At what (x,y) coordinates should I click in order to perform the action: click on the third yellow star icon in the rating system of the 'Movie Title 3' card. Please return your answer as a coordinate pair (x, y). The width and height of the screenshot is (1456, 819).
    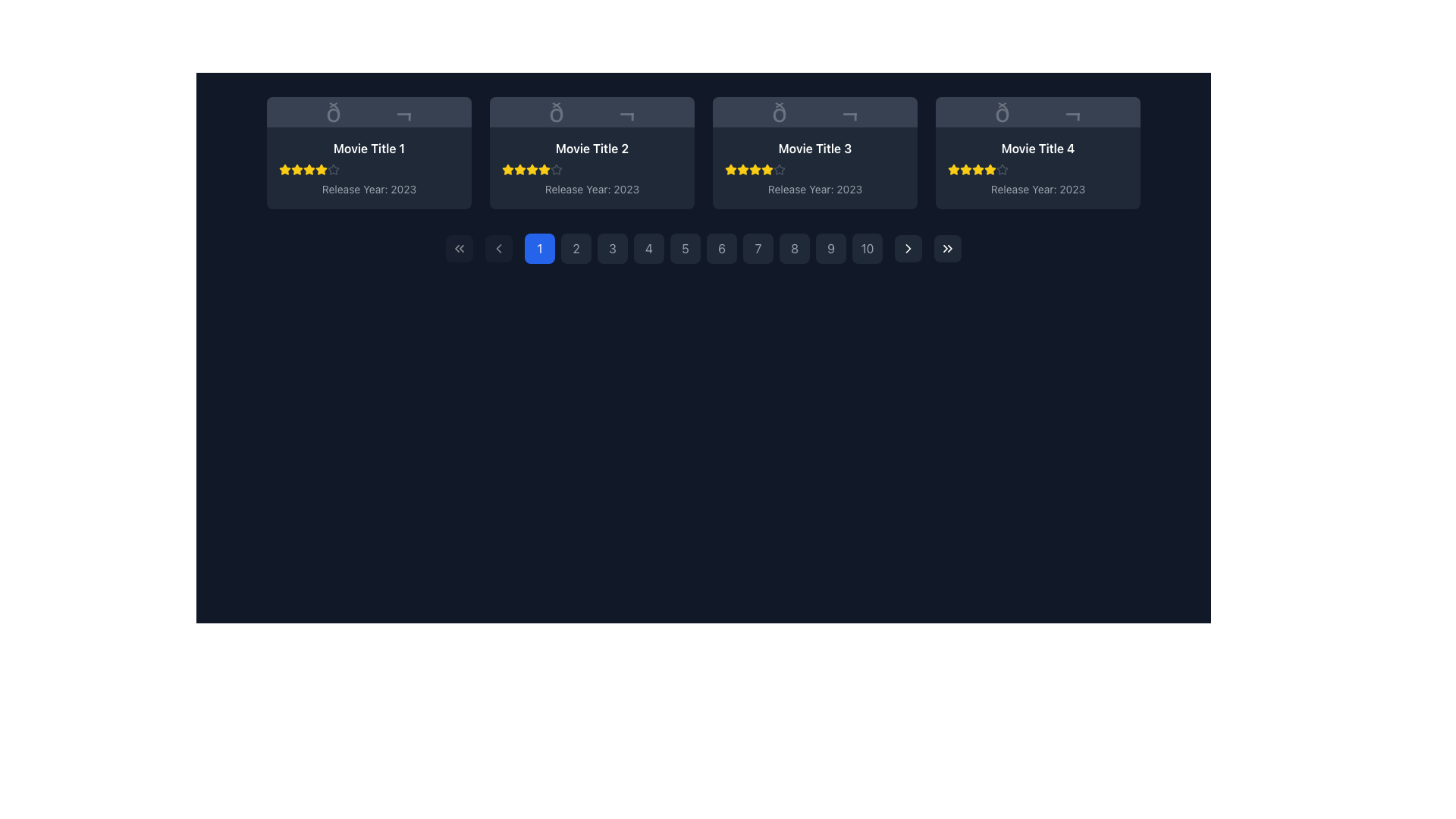
    Looking at the image, I should click on (742, 169).